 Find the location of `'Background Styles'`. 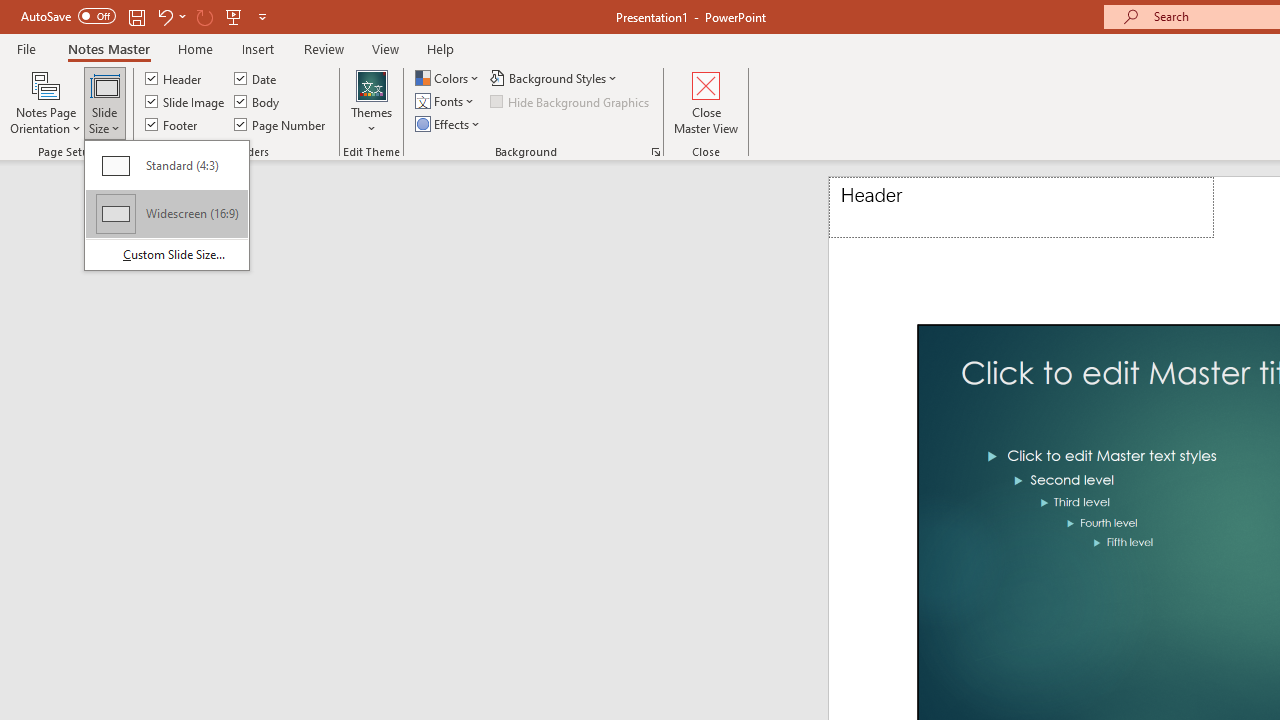

'Background Styles' is located at coordinates (555, 77).